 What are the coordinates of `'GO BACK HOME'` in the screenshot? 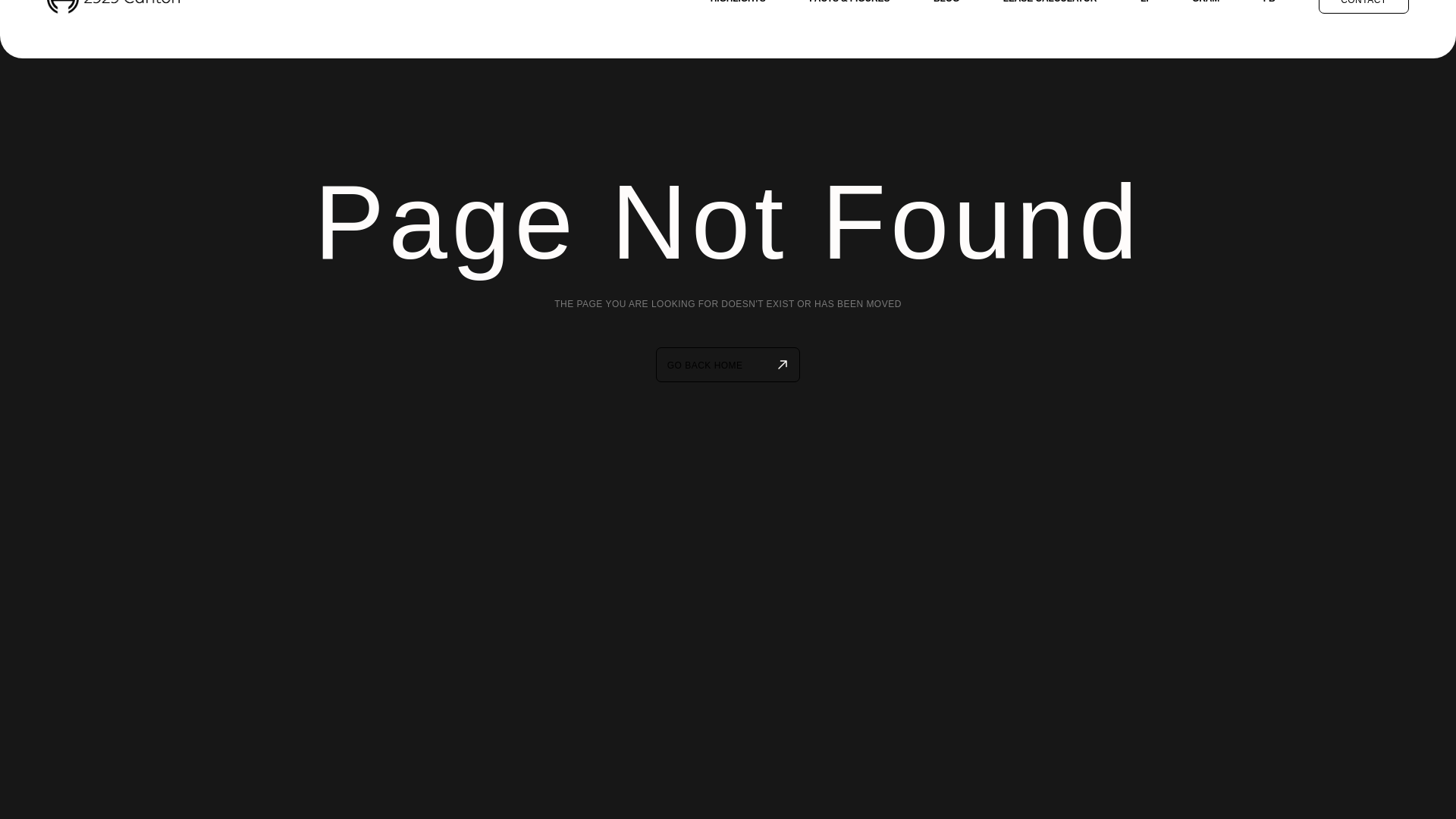 It's located at (655, 365).